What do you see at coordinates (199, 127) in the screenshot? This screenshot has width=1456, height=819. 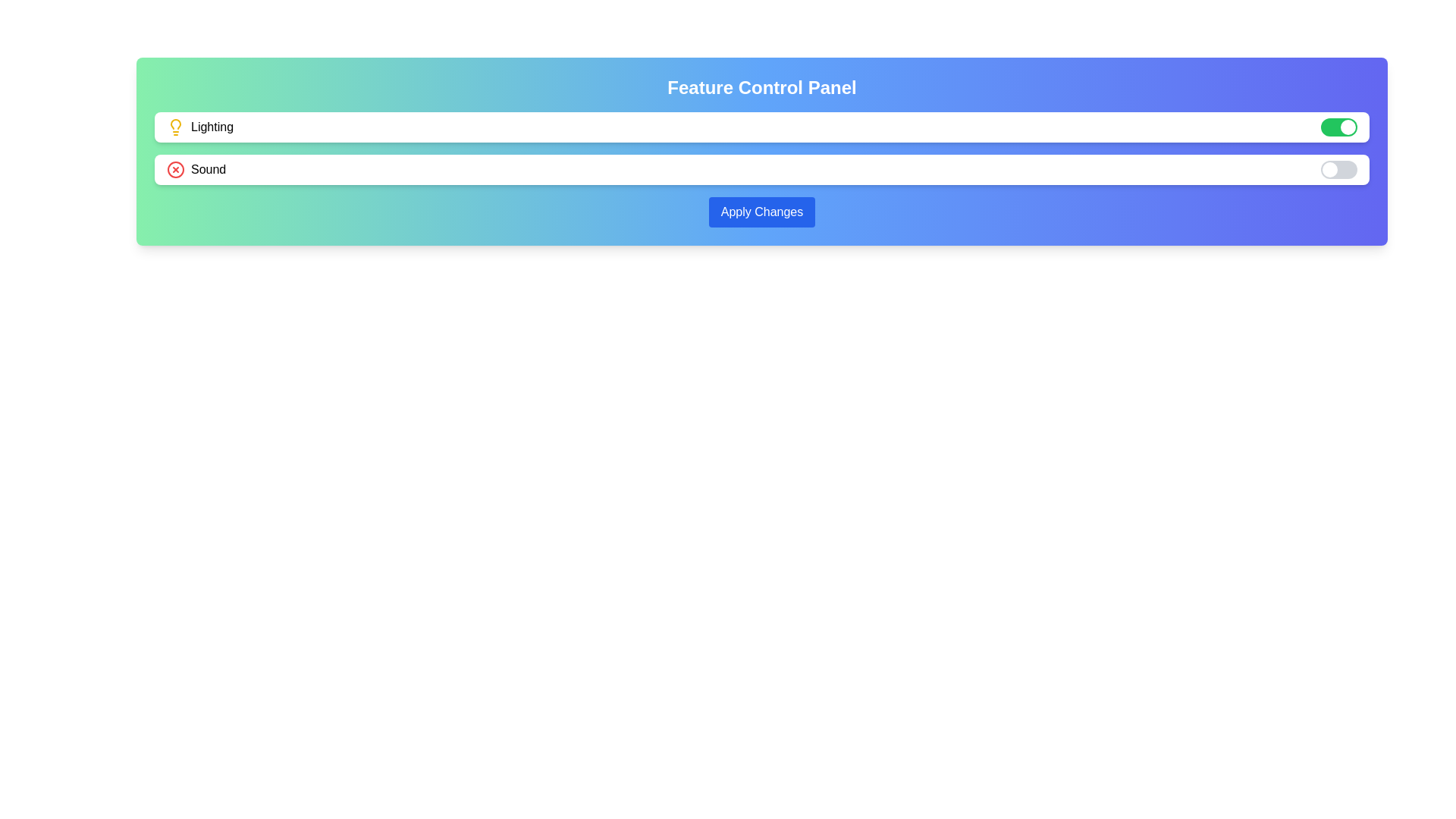 I see `the UI Label with Icon that features a yellow lightbulb icon and the text 'Lighting', located in the upper half of the panel to the left of the toggle control` at bounding box center [199, 127].